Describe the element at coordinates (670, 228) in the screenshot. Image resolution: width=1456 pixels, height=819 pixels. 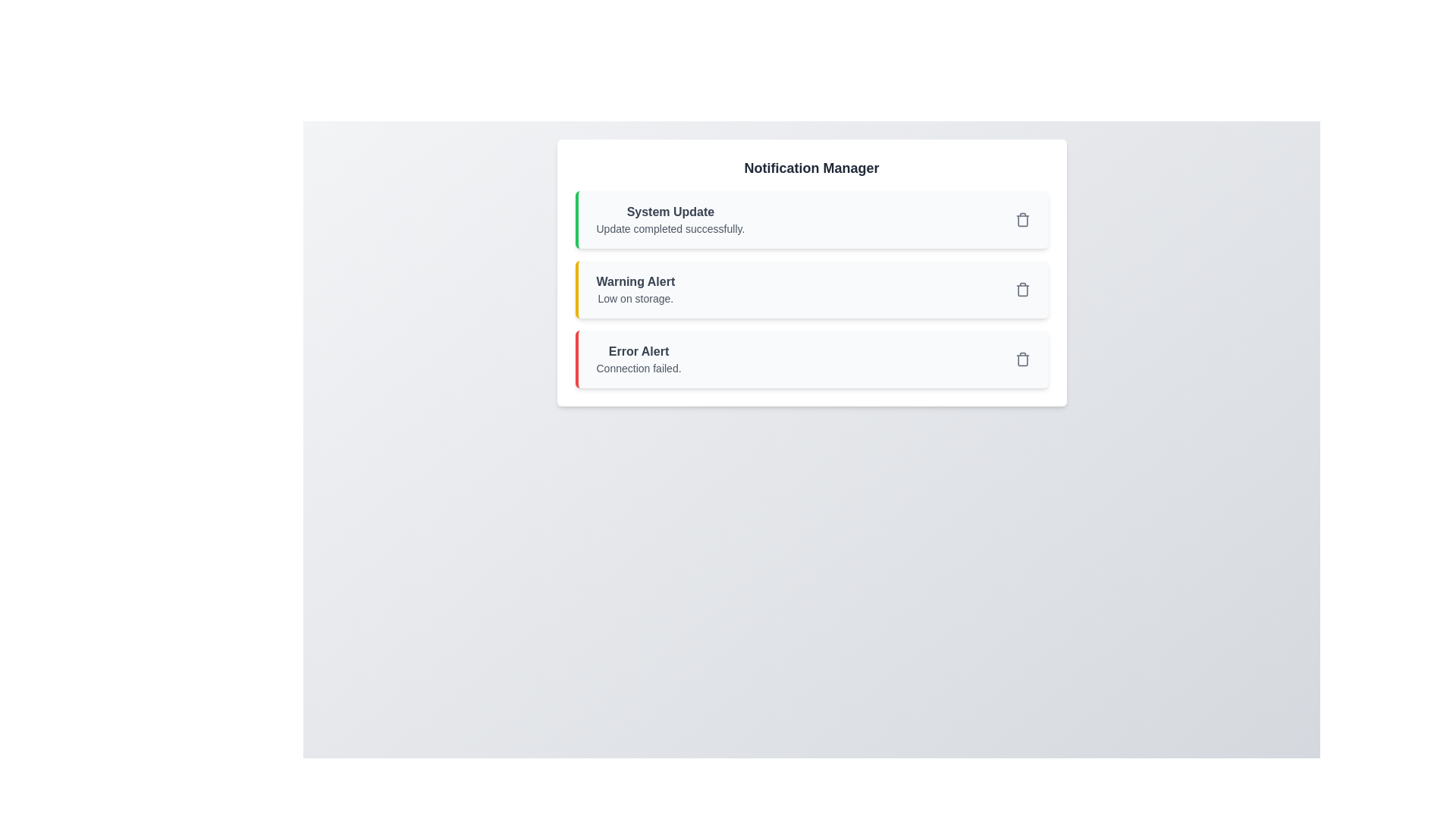
I see `the informational text snippet reading 'Update completed successfully.' which is styled in a smaller gray font beneath the 'System Update' title` at that location.